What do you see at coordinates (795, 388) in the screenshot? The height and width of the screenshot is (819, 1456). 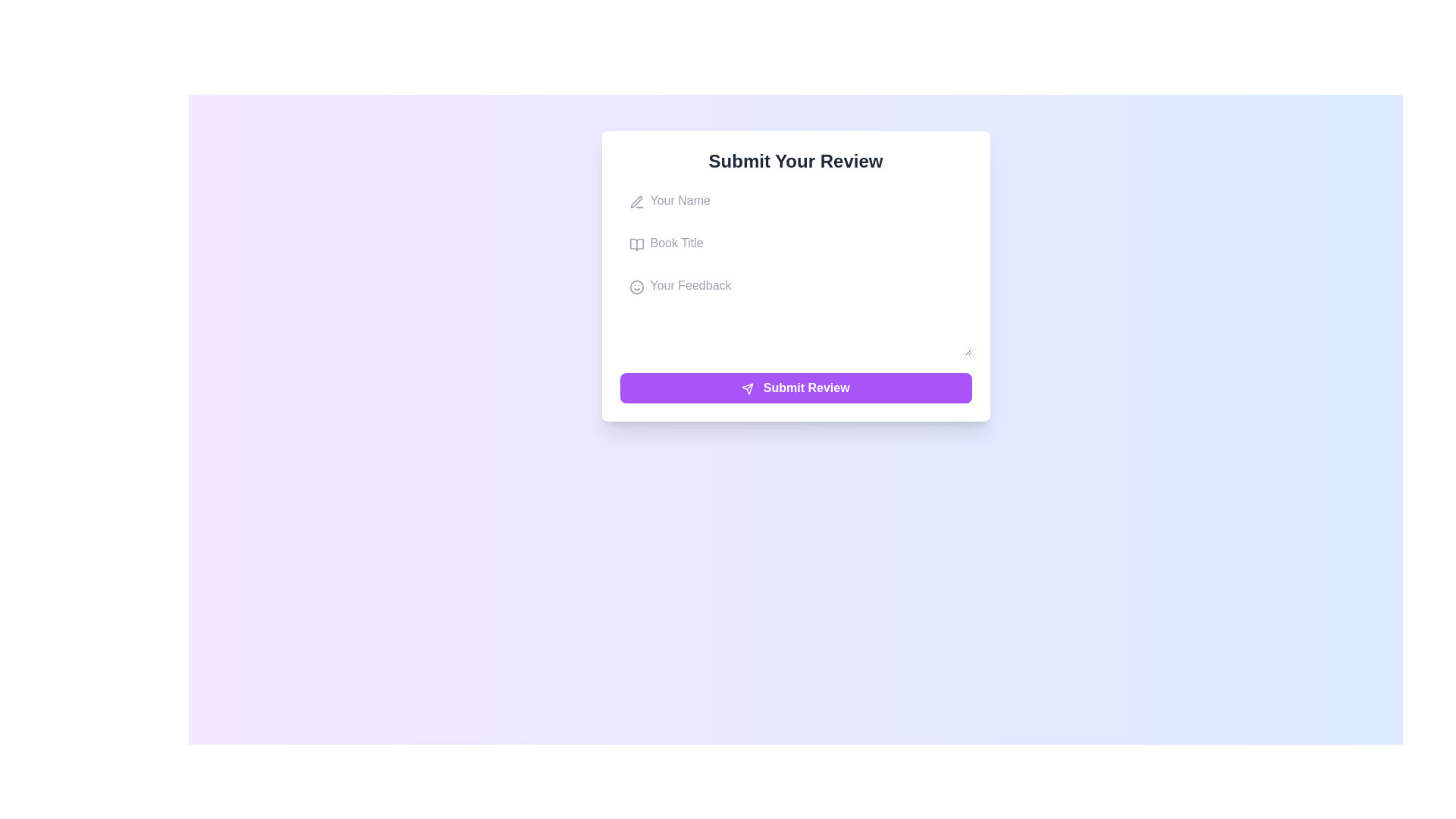 I see `the purple 'Submit Review' button with a paper plane icon` at bounding box center [795, 388].